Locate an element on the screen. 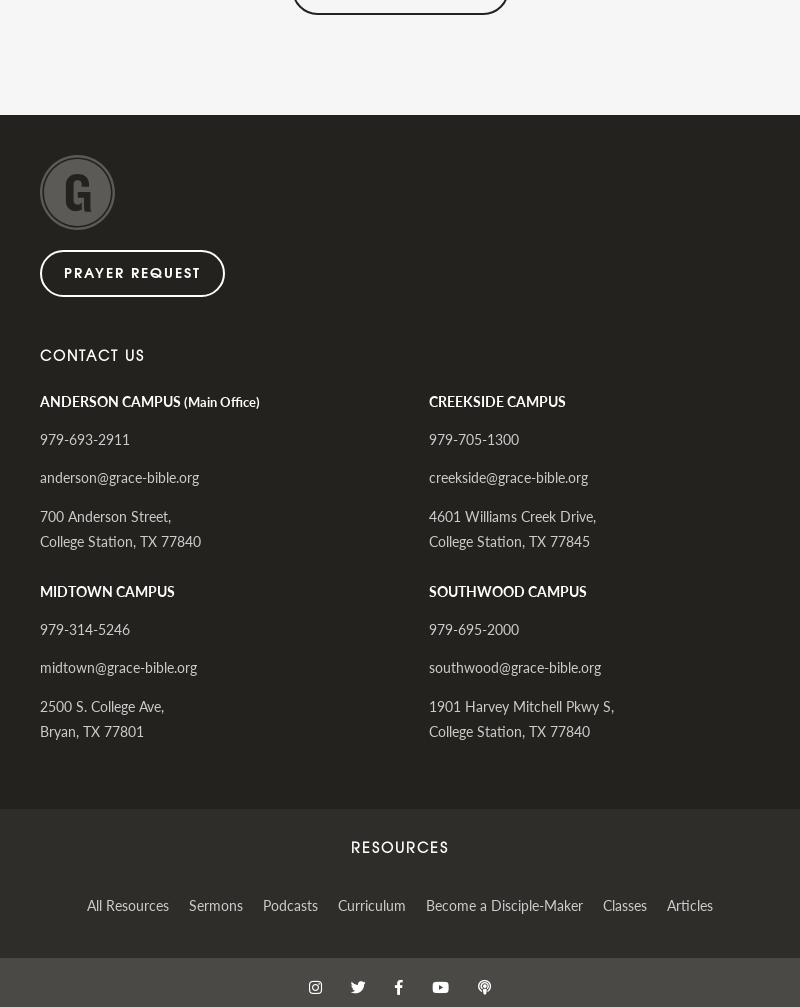 The height and width of the screenshot is (1007, 800). '979-314-5246' is located at coordinates (85, 627).